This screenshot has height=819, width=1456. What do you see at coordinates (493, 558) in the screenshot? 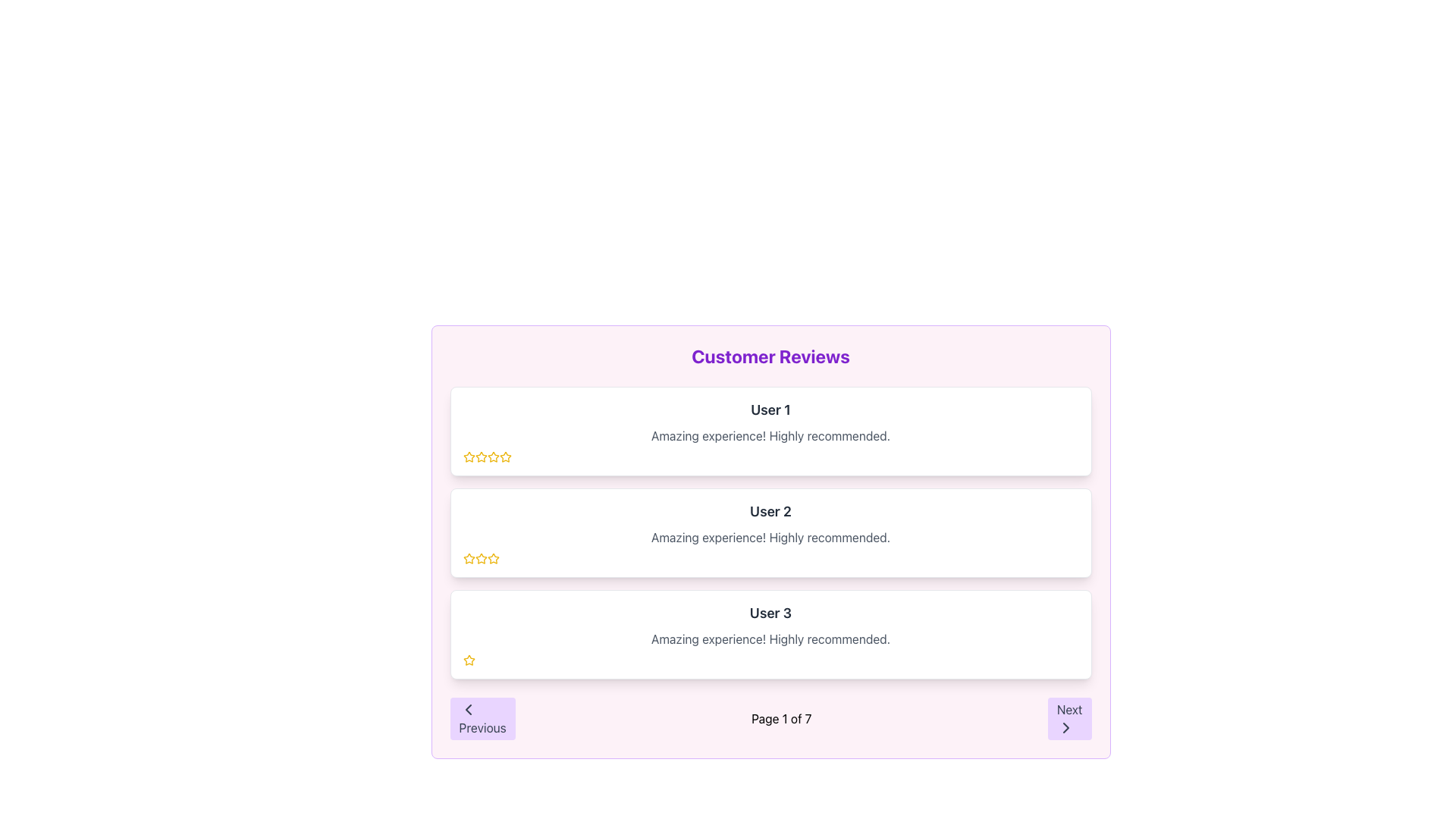
I see `the fourth star icon in the rating system, which has a yellow outline and is associated with user reviews` at bounding box center [493, 558].